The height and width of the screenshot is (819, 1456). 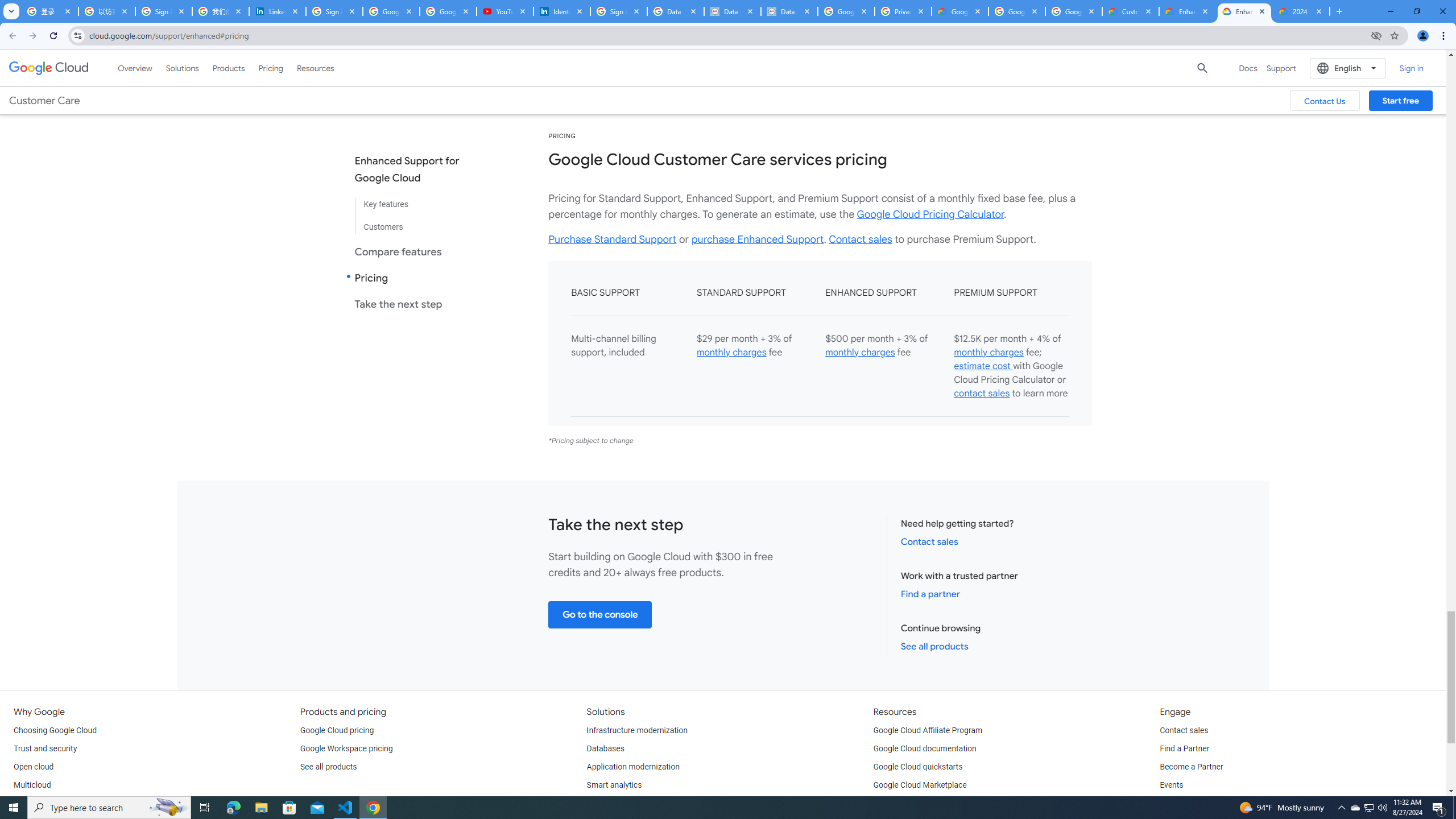 I want to click on 'Find a partner', so click(x=929, y=593).